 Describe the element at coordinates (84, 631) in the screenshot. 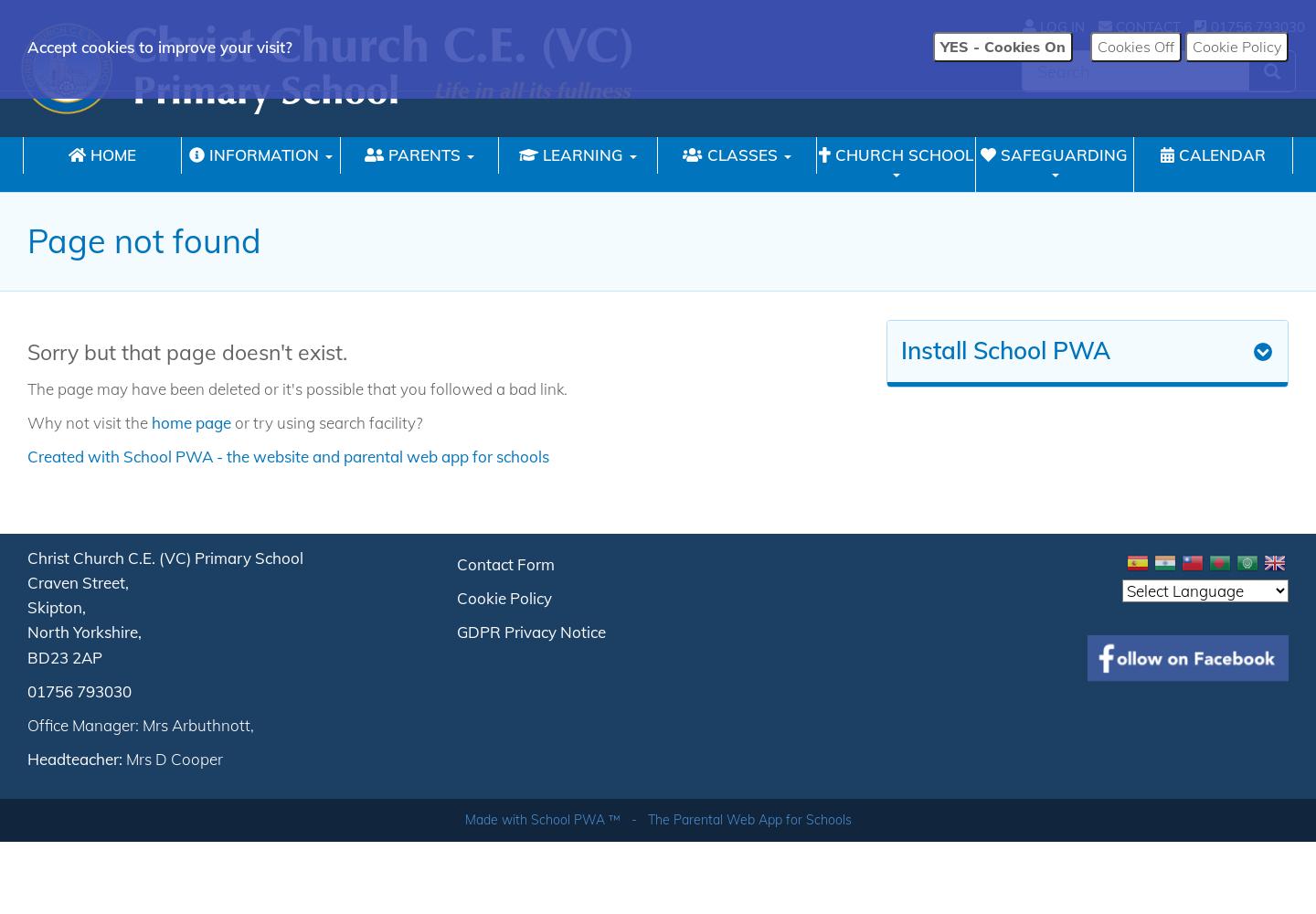

I see `'North Yorkshire,'` at that location.